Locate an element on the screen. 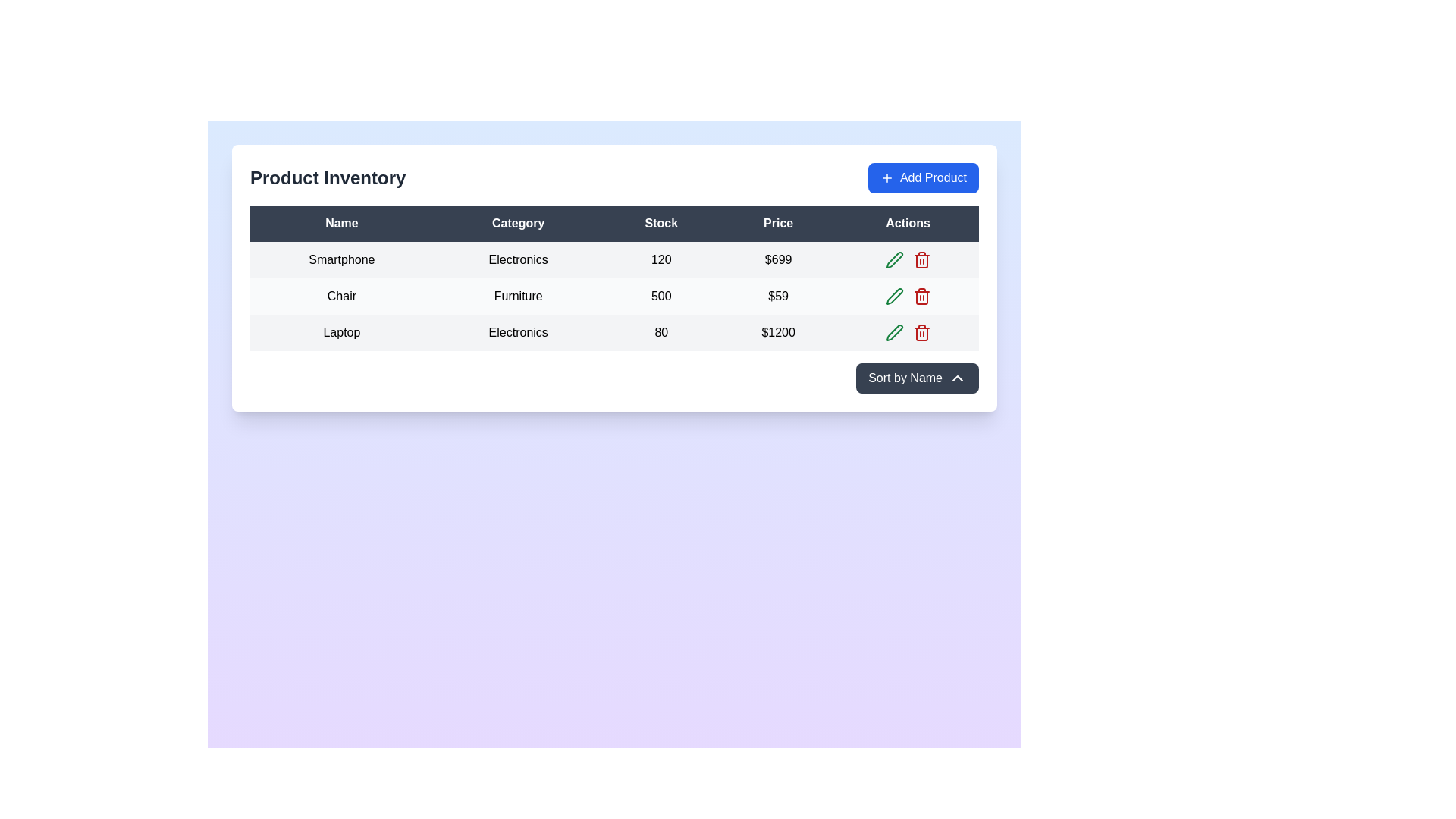  the 'Category' table header, which is a rectangular text block with white text on a dark blue background, positioned as the second column header in the table is located at coordinates (518, 223).